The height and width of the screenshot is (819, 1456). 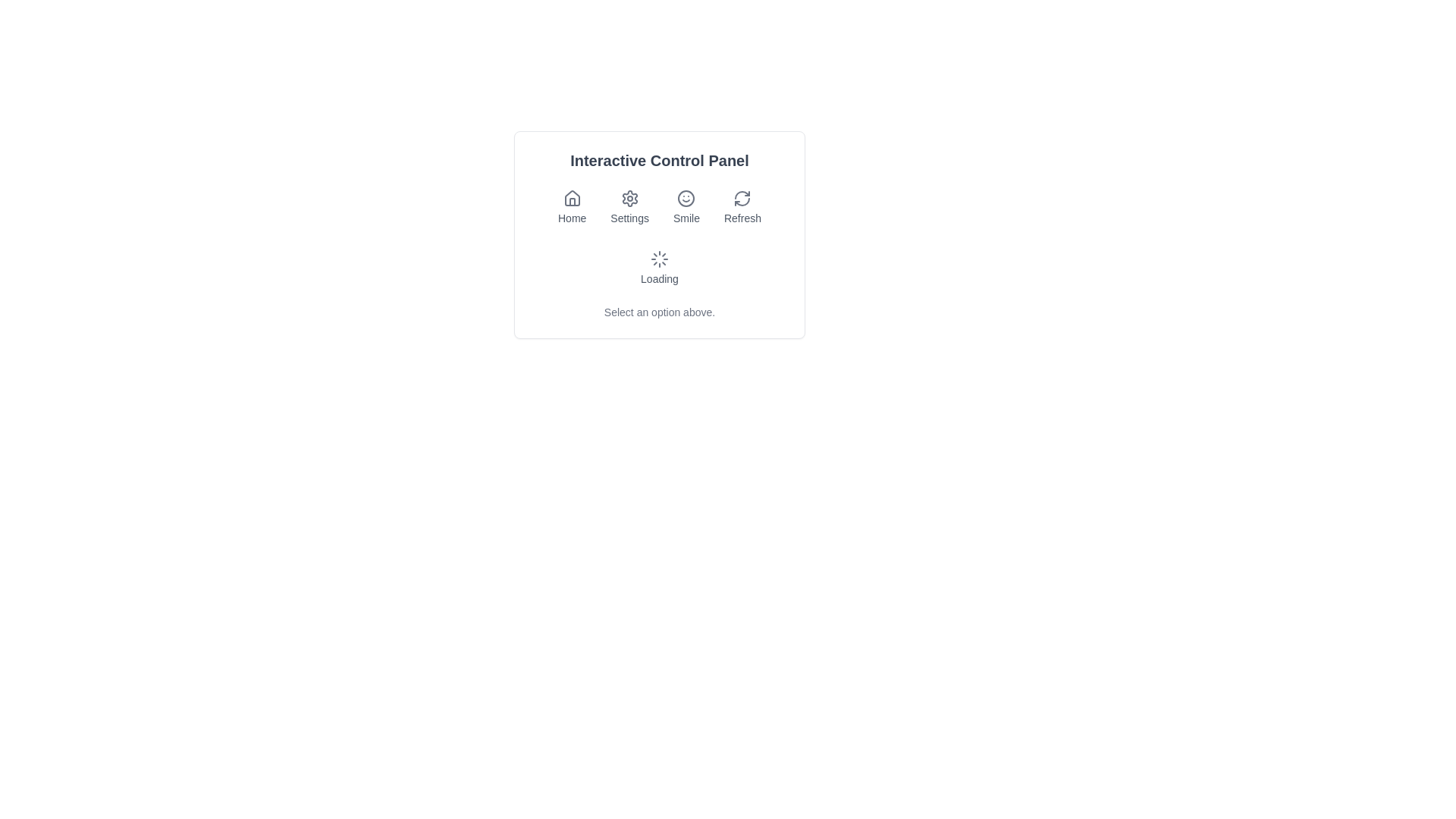 What do you see at coordinates (742, 218) in the screenshot?
I see `the text label located directly below the refresh icon at the top-right corner of the central card, which provides context for the associated icon's functionality` at bounding box center [742, 218].